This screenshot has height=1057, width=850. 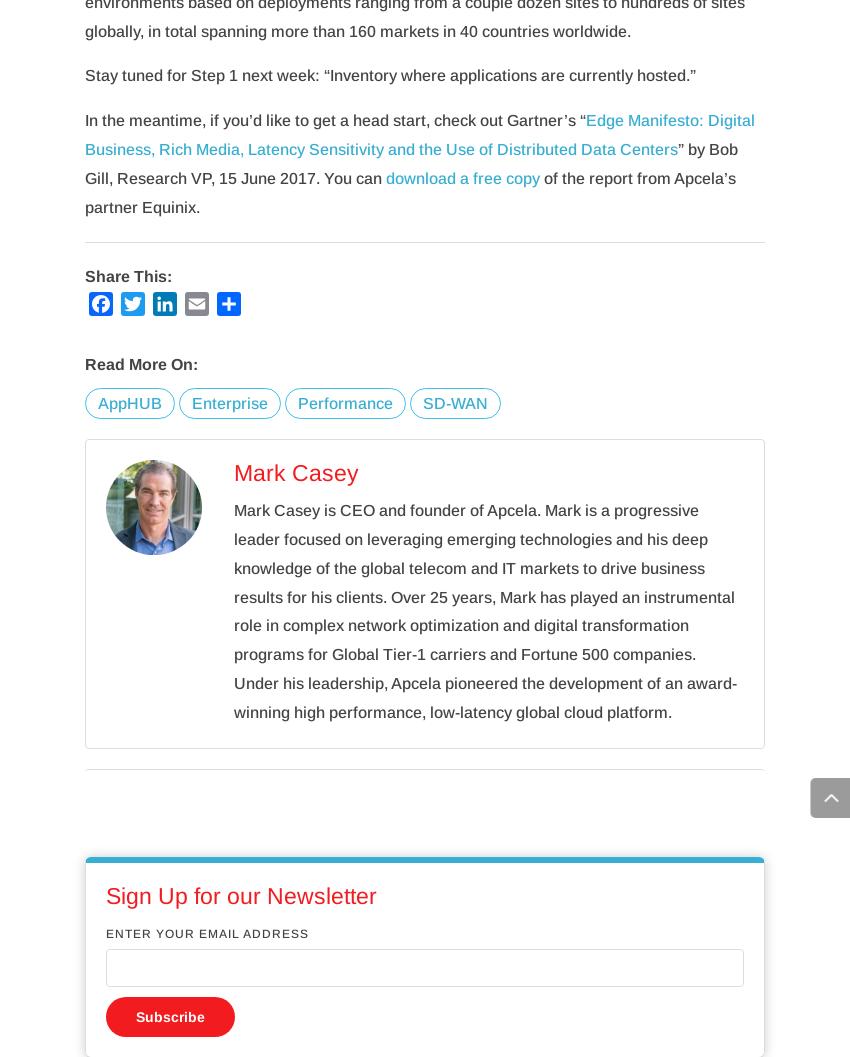 What do you see at coordinates (385, 177) in the screenshot?
I see `'download a free copy'` at bounding box center [385, 177].